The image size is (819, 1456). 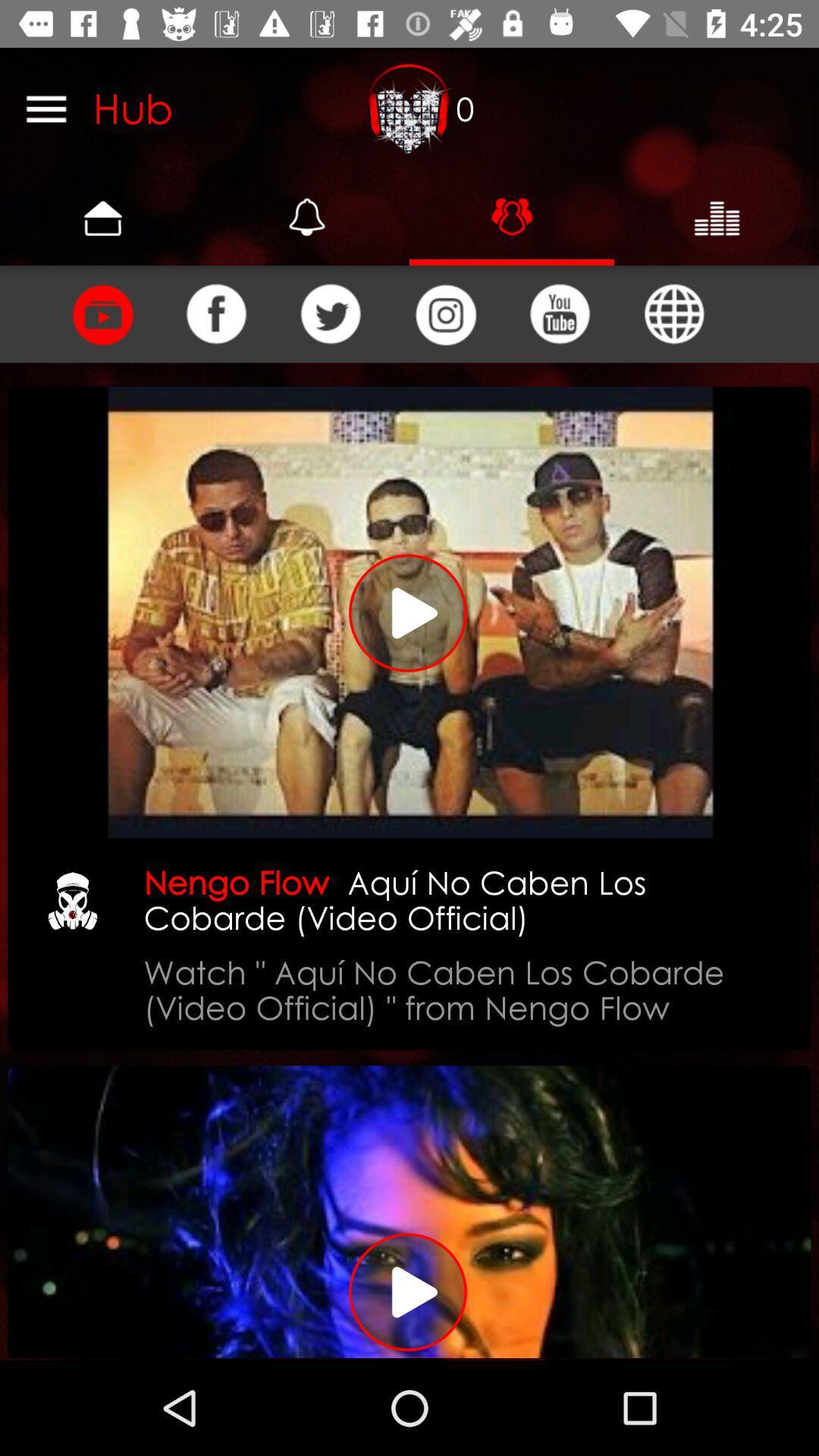 What do you see at coordinates (409, 612) in the screenshot?
I see `watch video` at bounding box center [409, 612].